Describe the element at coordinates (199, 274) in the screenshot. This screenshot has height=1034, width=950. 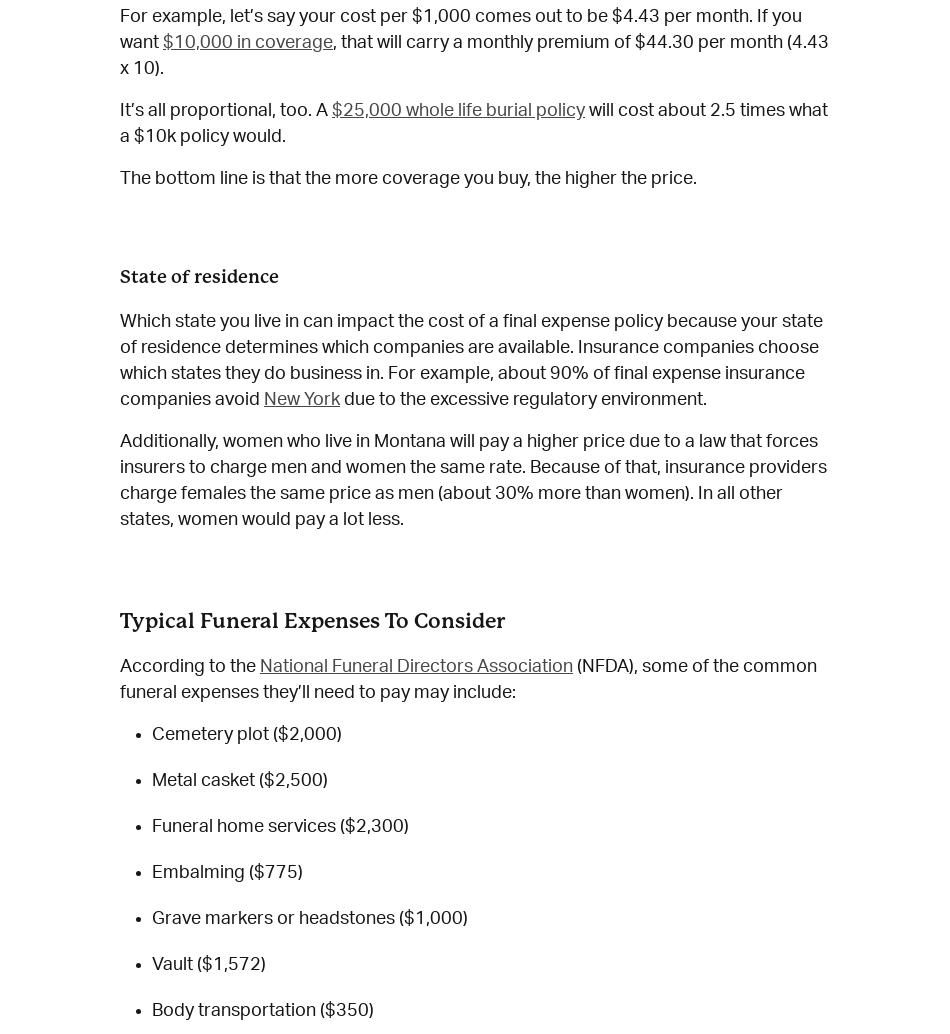
I see `'State of residence'` at that location.